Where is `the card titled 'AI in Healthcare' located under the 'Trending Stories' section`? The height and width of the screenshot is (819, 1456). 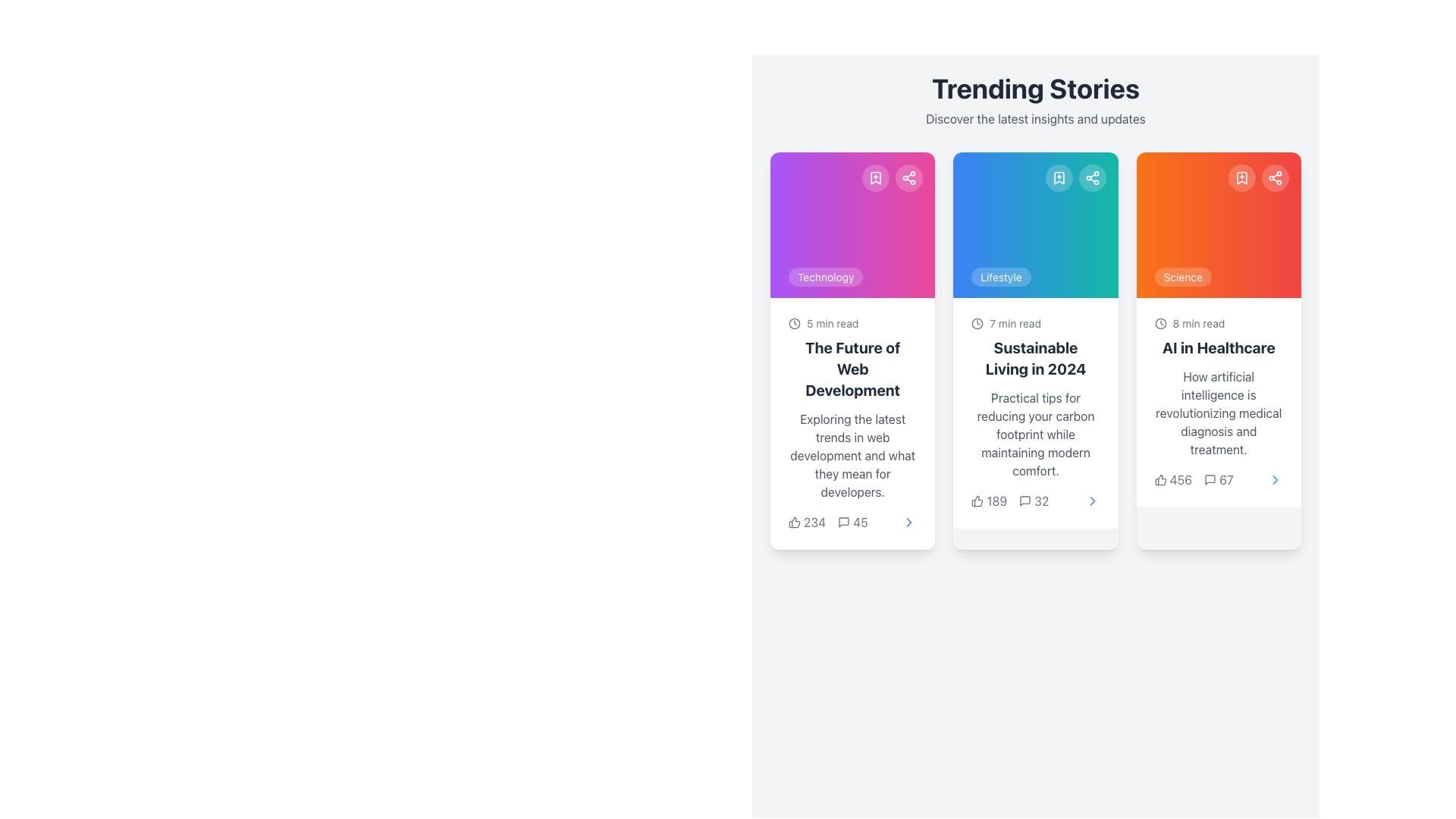
the card titled 'AI in Healthcare' located under the 'Trending Stories' section is located at coordinates (1219, 402).